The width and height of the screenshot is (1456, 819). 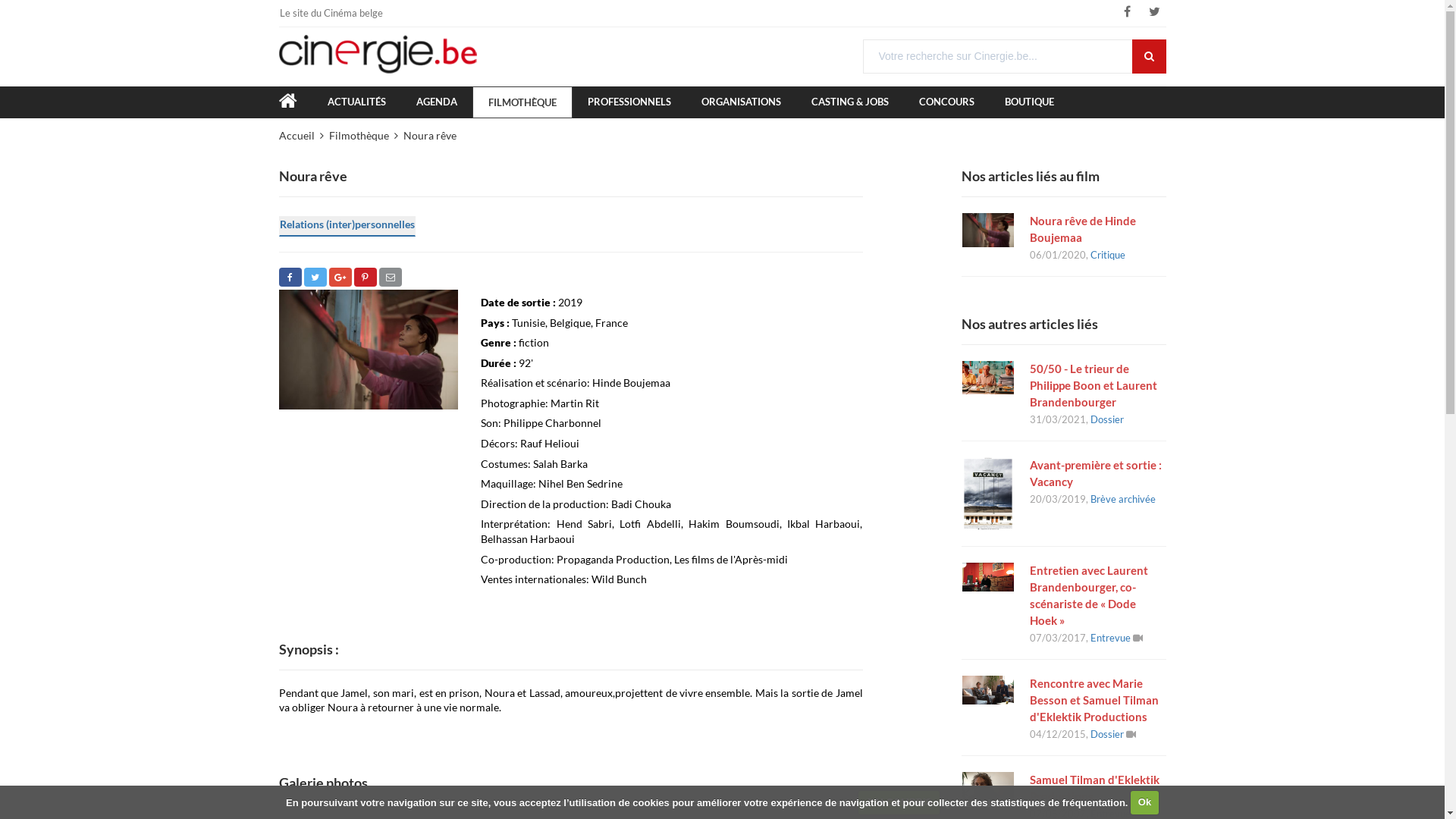 What do you see at coordinates (918, 102) in the screenshot?
I see `'CONCOURS'` at bounding box center [918, 102].